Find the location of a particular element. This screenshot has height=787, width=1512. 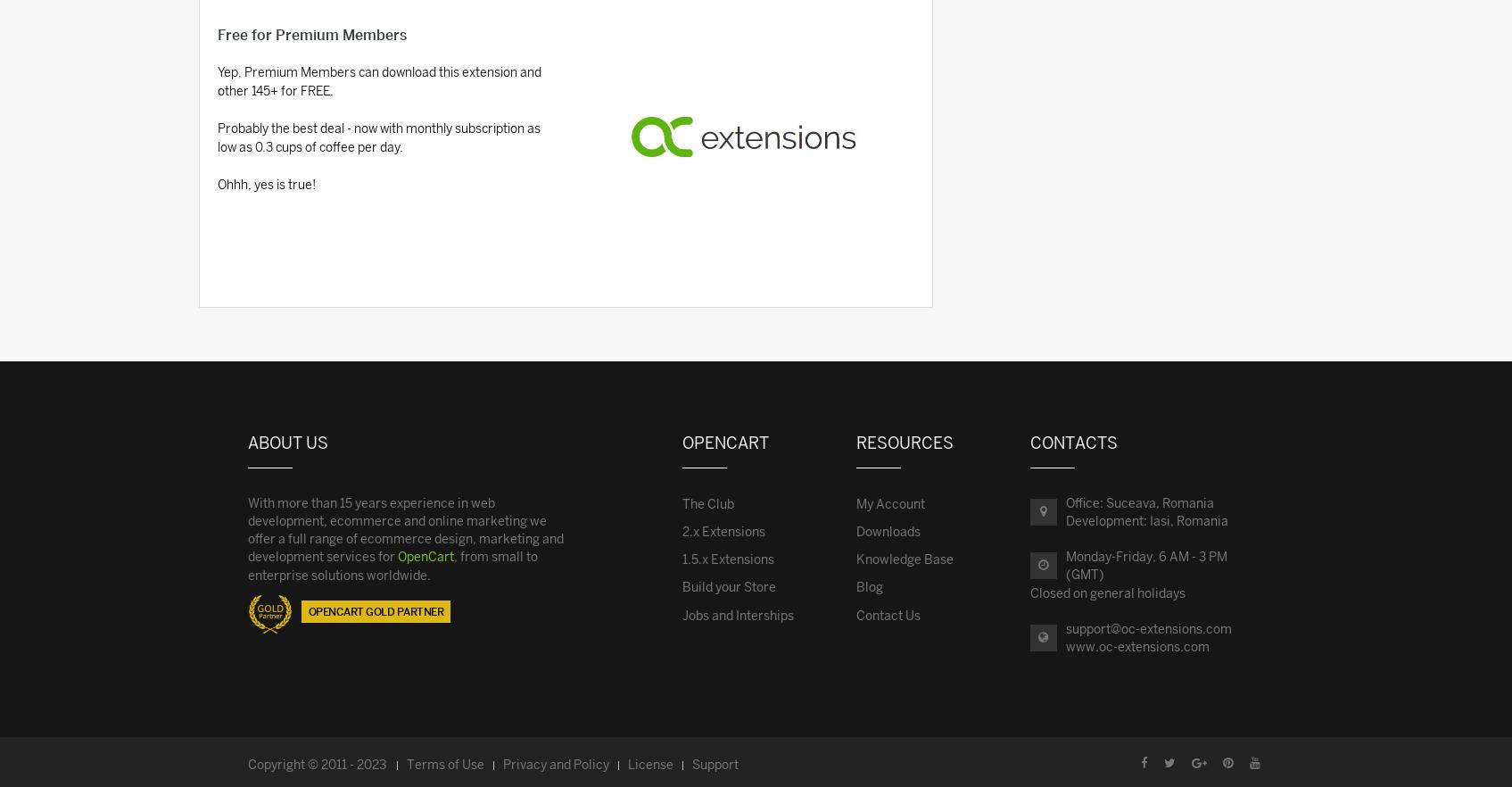

'Probably the best deal - now with monthly subscription as low as 0.3 cups of coffee per day.' is located at coordinates (377, 137).